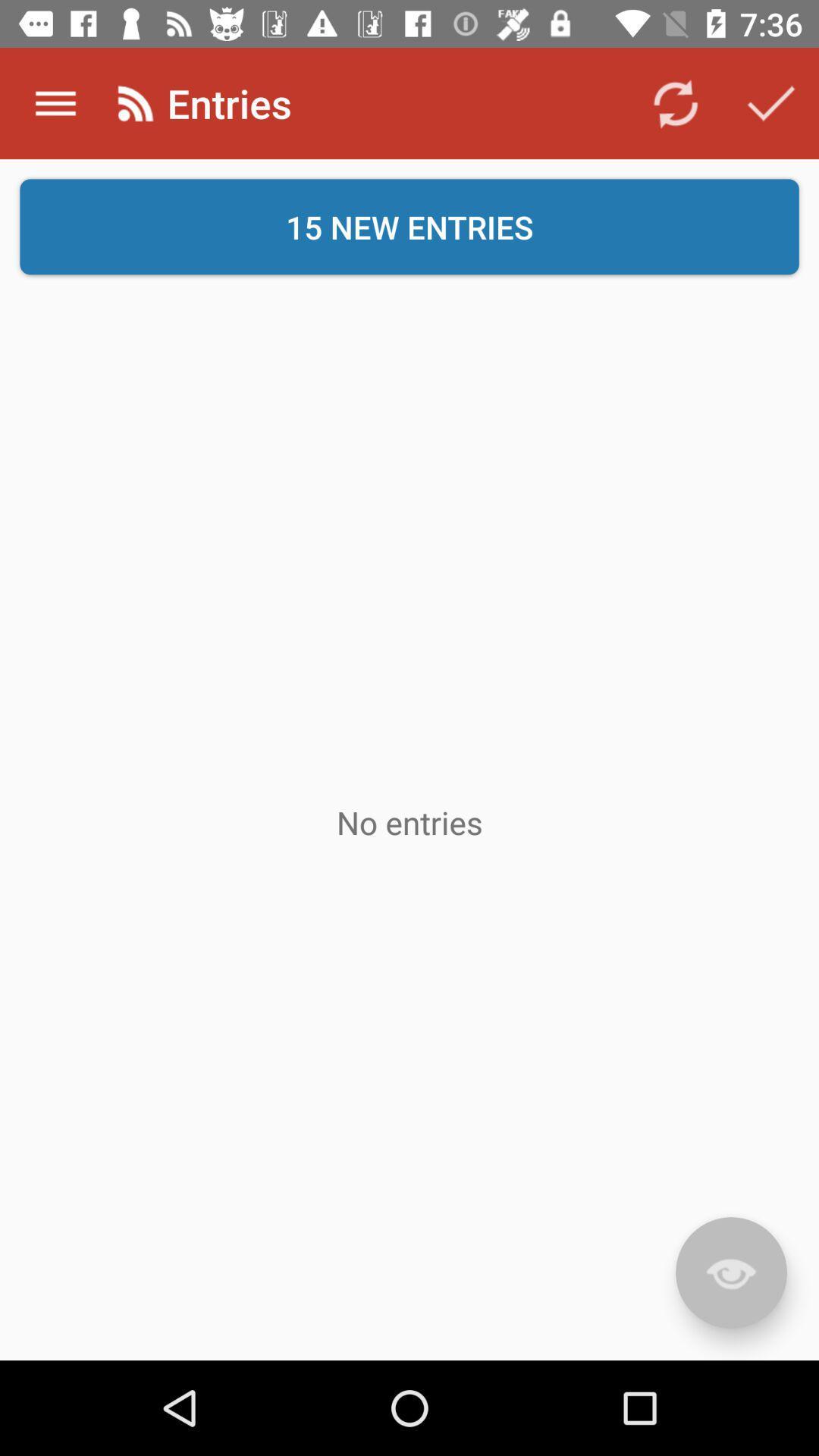  Describe the element at coordinates (730, 1272) in the screenshot. I see `item at the bottom right corner` at that location.